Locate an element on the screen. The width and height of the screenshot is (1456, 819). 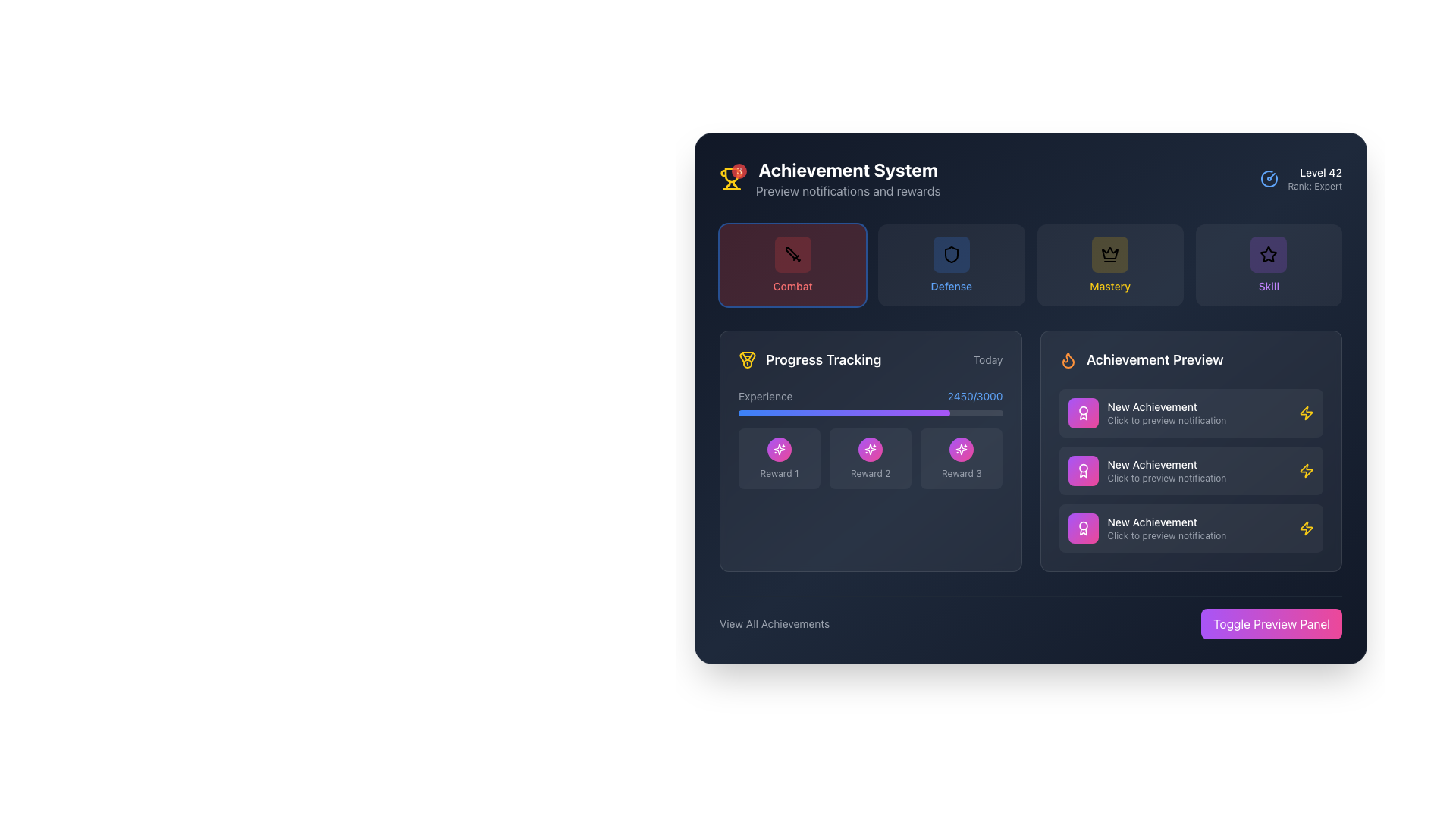
the Text label in the 'Progress Tracking' section that indicates the type of progress being tracked, located to the left of the progress number is located at coordinates (765, 396).